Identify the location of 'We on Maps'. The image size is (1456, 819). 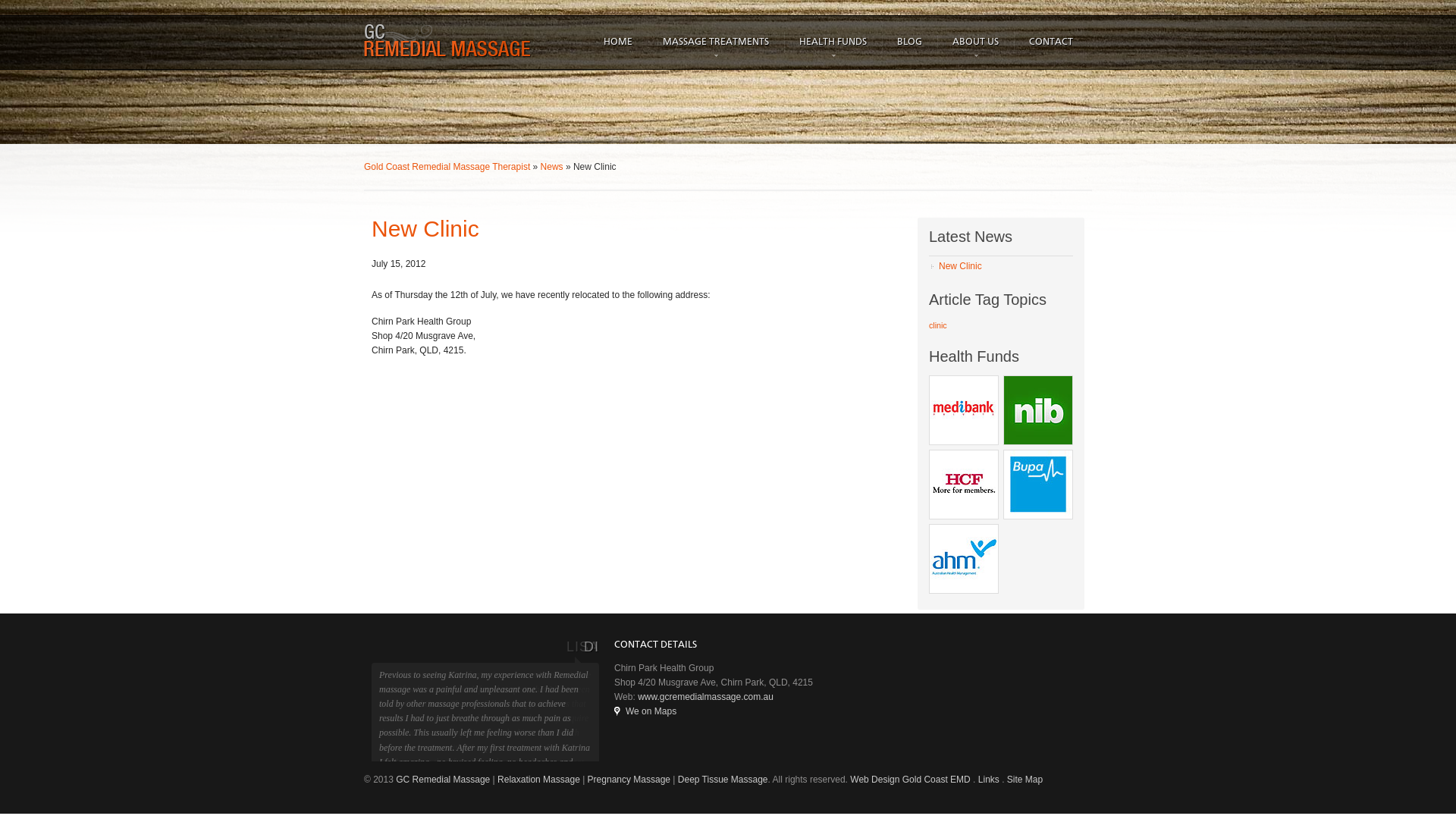
(645, 711).